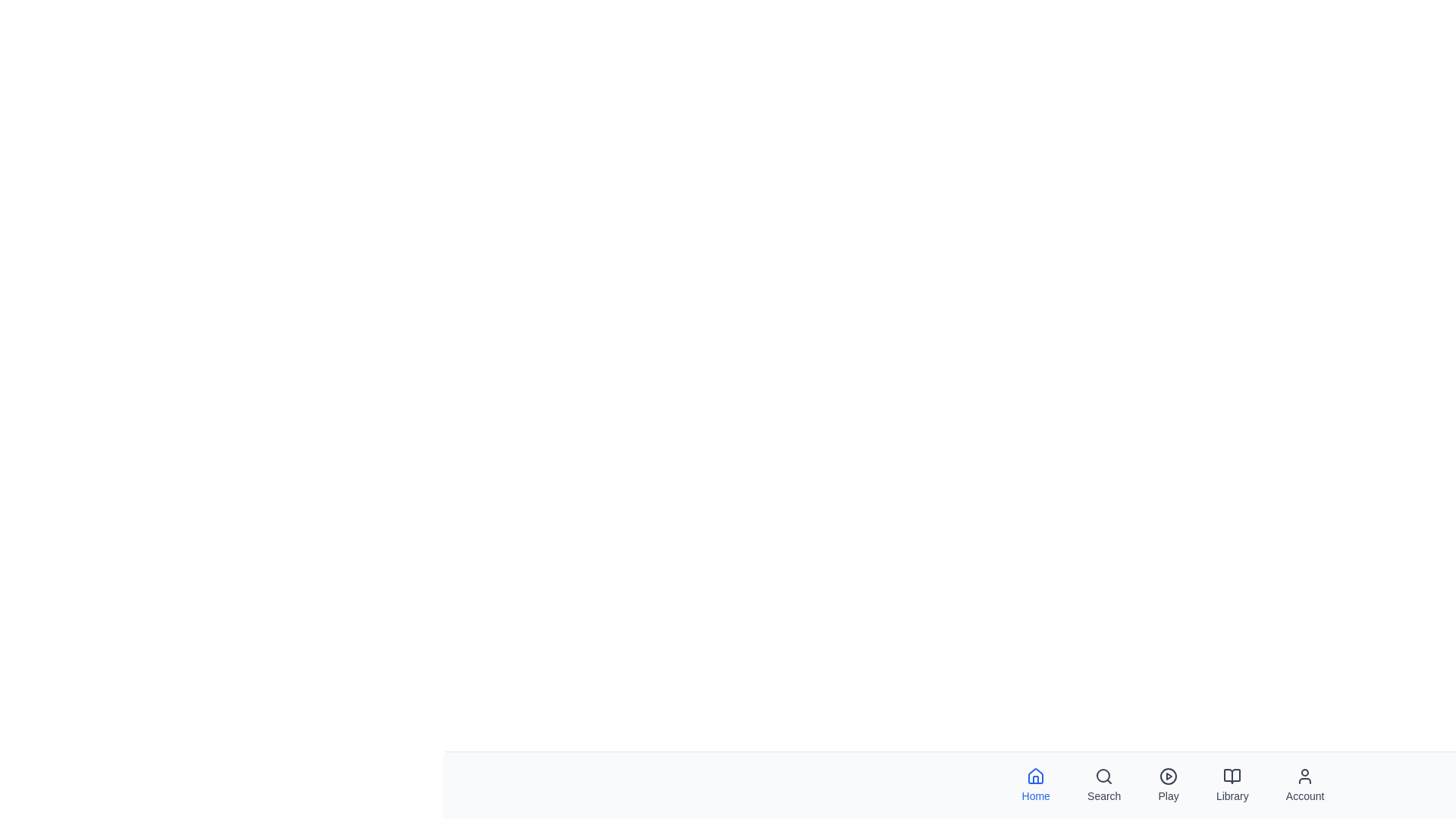  What do you see at coordinates (1304, 785) in the screenshot?
I see `the Account tab to observe its visual feedback` at bounding box center [1304, 785].